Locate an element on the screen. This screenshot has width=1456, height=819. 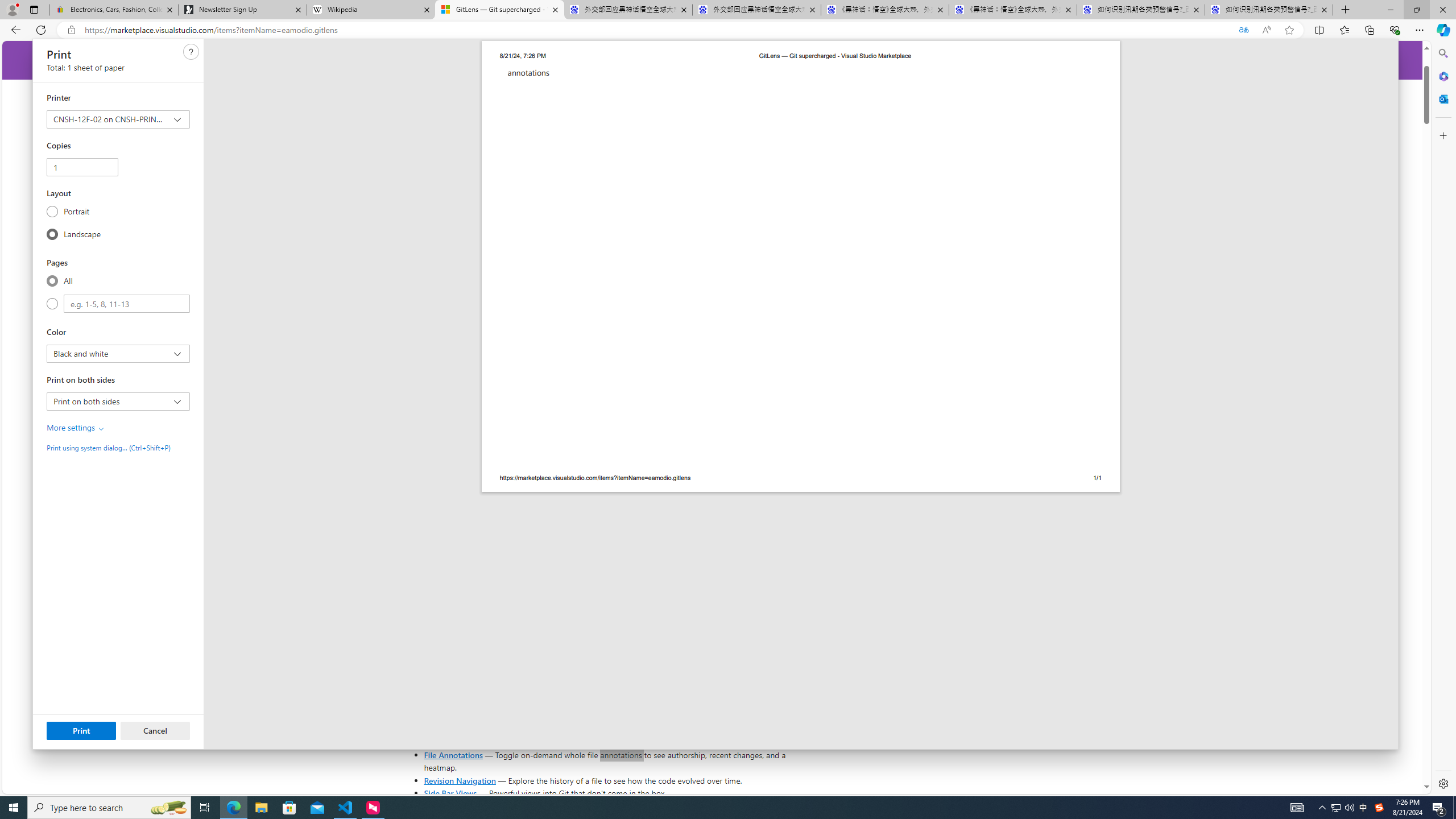
'All' is located at coordinates (52, 280).